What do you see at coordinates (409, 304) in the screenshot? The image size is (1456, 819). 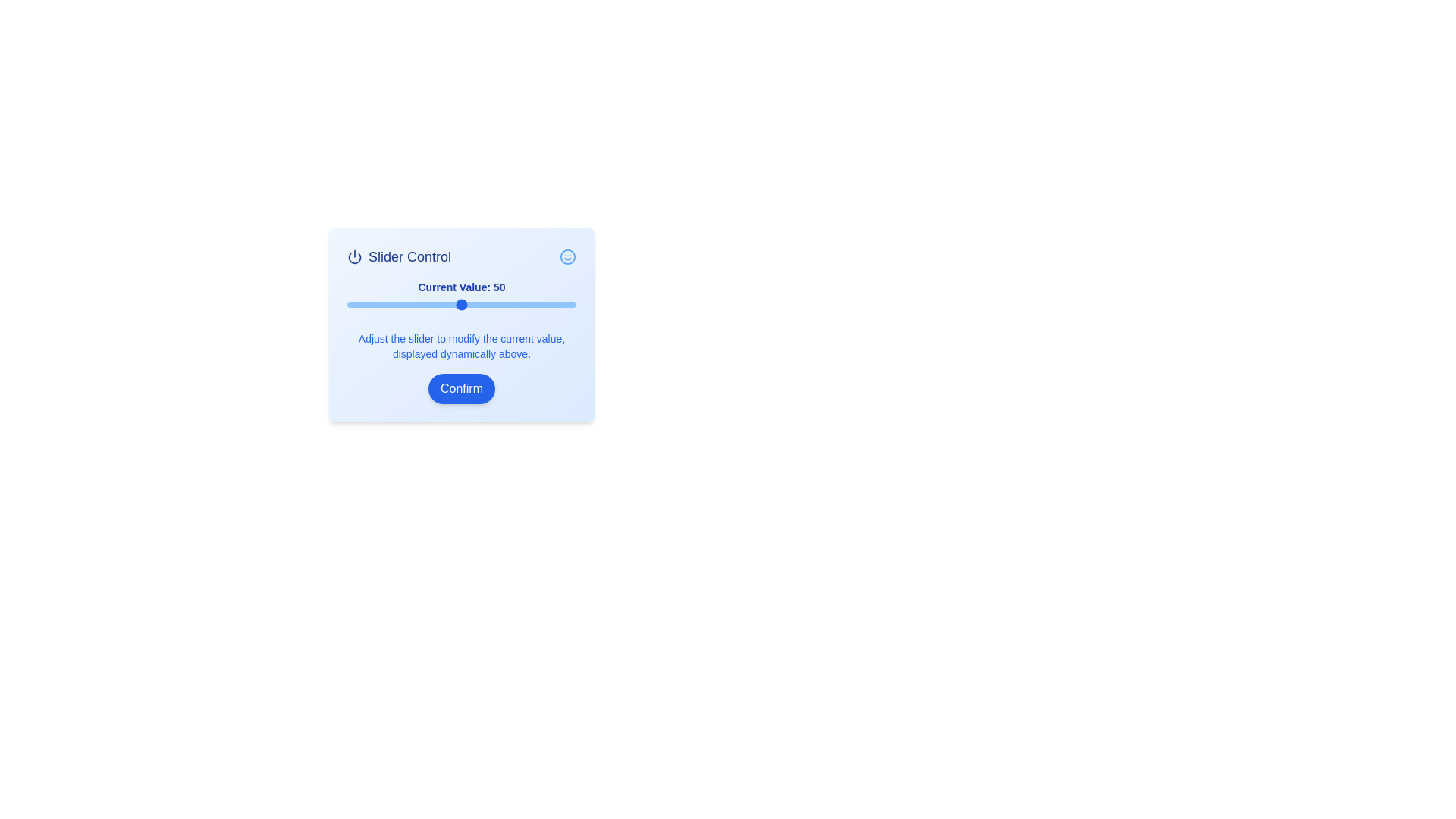 I see `the slider value` at bounding box center [409, 304].